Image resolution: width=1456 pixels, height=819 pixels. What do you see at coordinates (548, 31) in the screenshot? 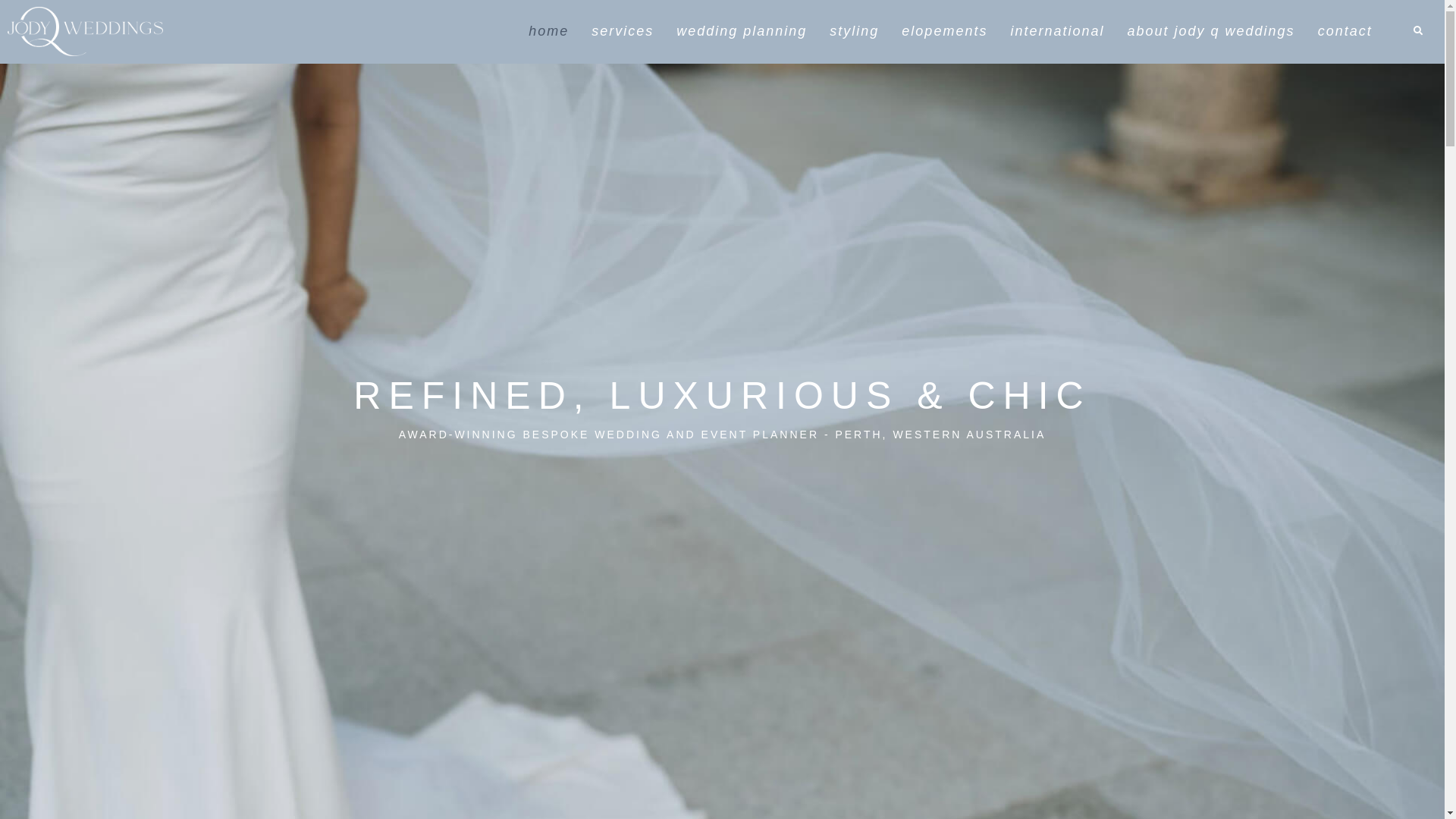
I see `'home'` at bounding box center [548, 31].